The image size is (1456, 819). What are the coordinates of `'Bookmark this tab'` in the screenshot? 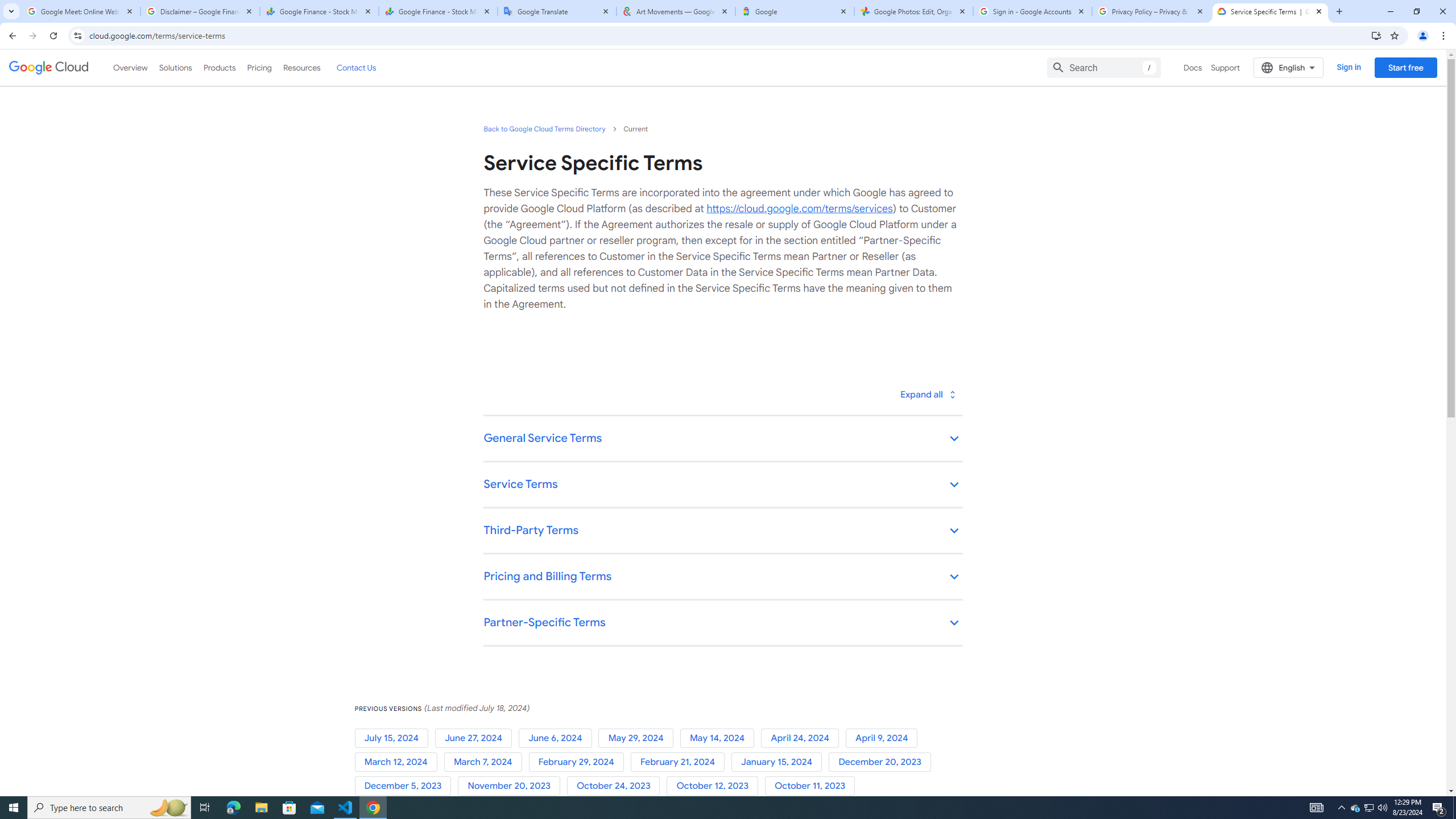 It's located at (1393, 35).